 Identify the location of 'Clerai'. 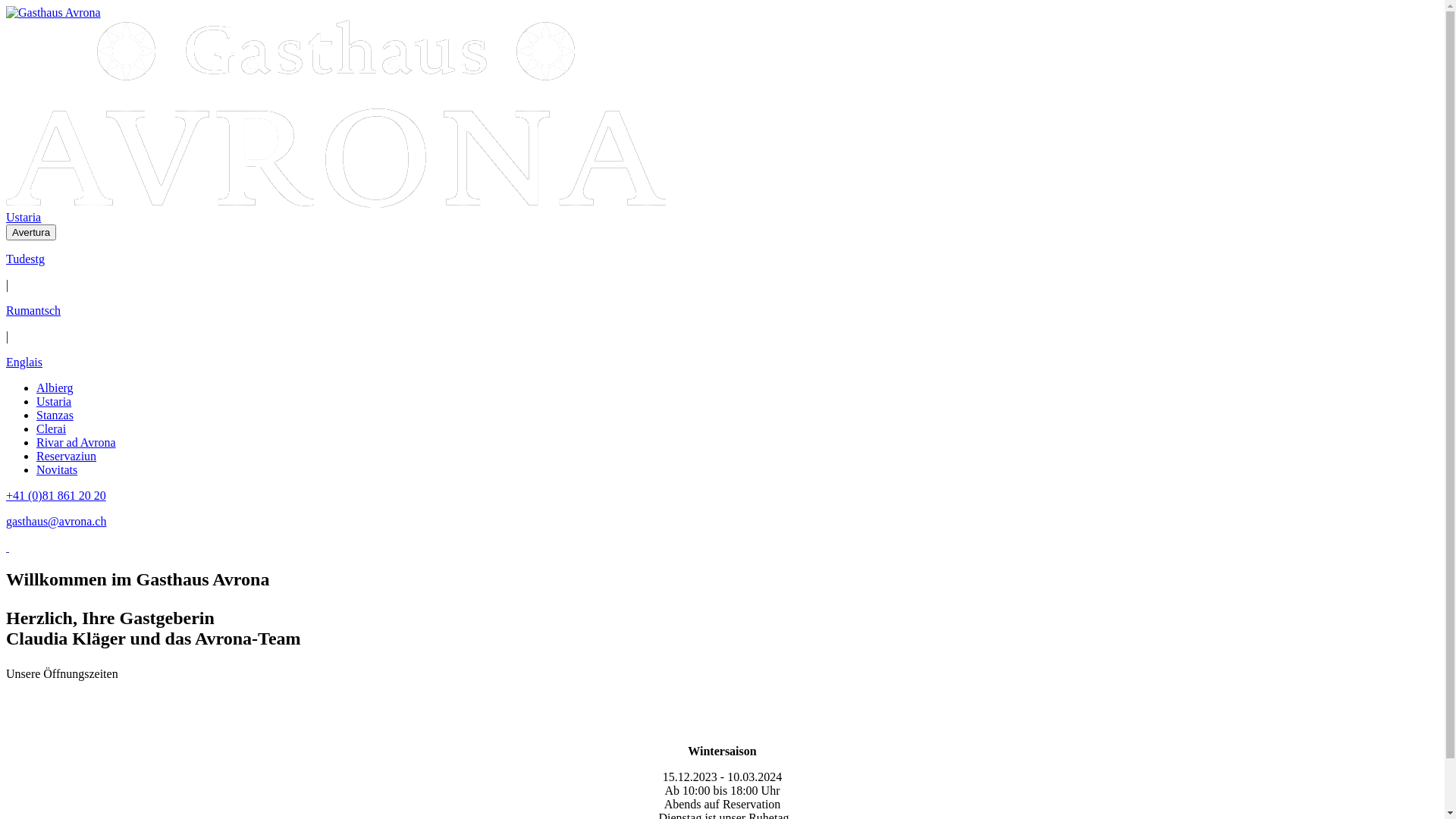
(51, 428).